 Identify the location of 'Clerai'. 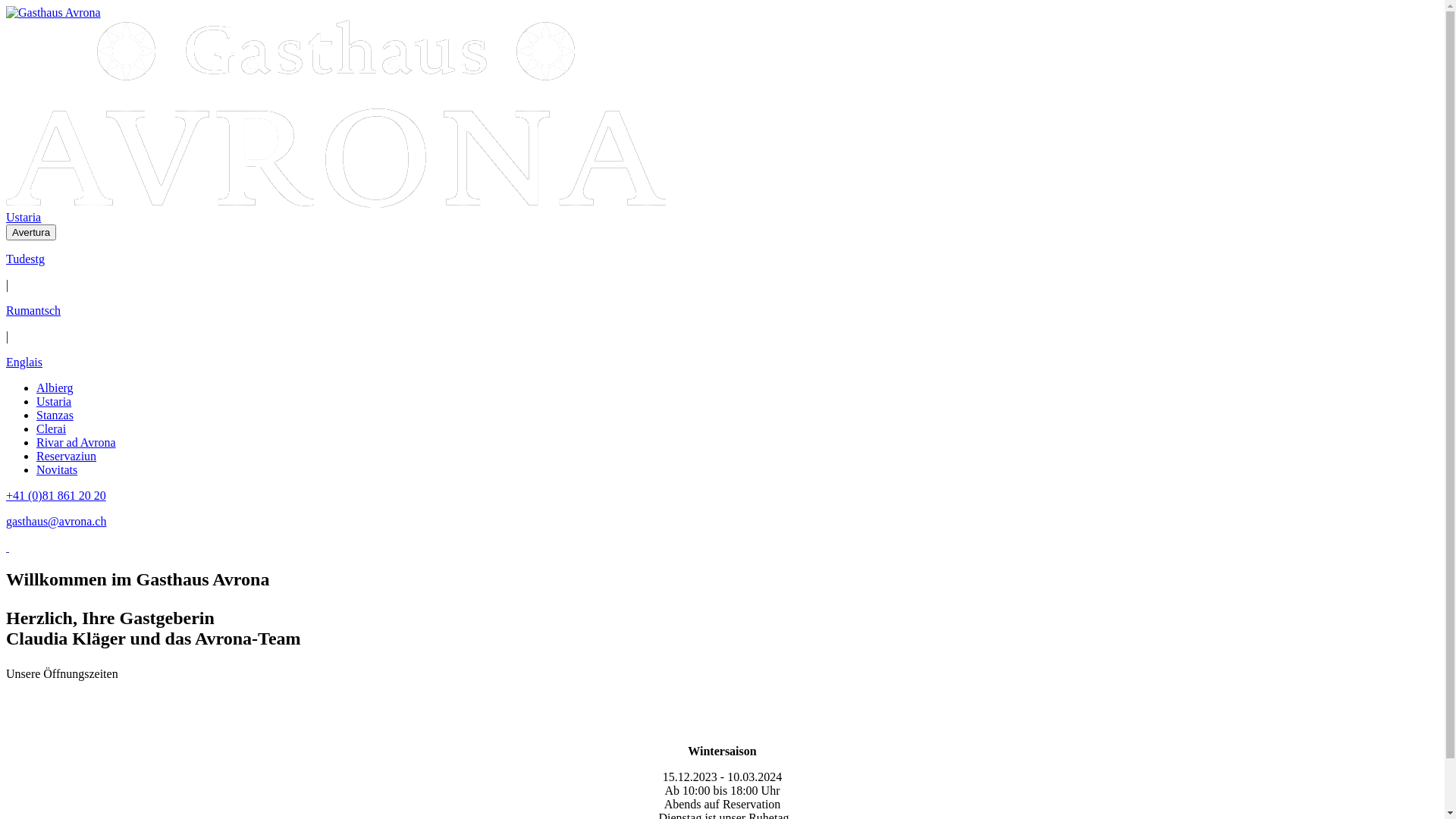
(51, 428).